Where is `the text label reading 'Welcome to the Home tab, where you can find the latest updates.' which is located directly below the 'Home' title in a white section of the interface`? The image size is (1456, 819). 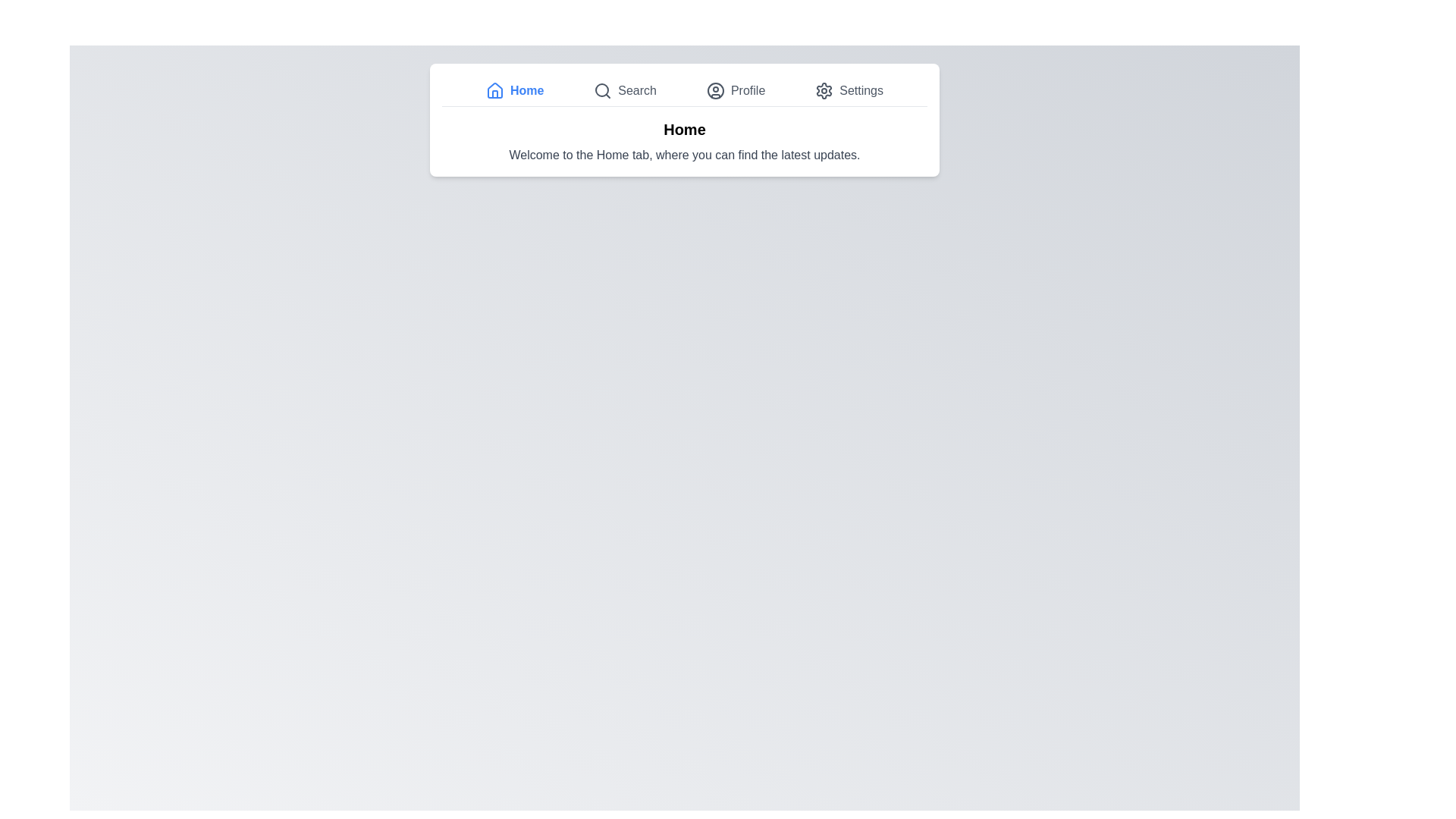 the text label reading 'Welcome to the Home tab, where you can find the latest updates.' which is located directly below the 'Home' title in a white section of the interface is located at coordinates (683, 155).